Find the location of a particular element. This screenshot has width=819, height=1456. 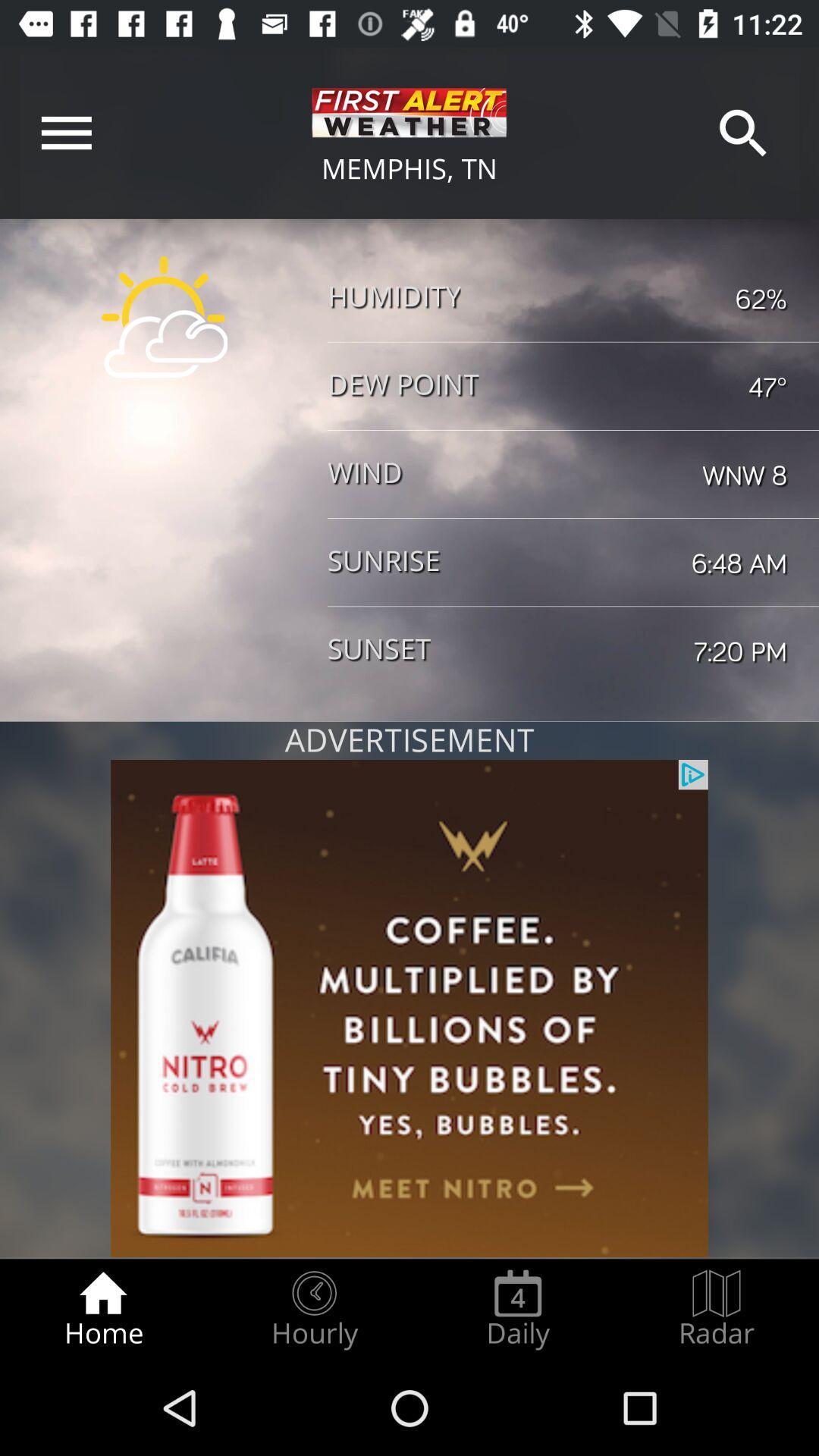

the radio button at the bottom left corner is located at coordinates (102, 1309).